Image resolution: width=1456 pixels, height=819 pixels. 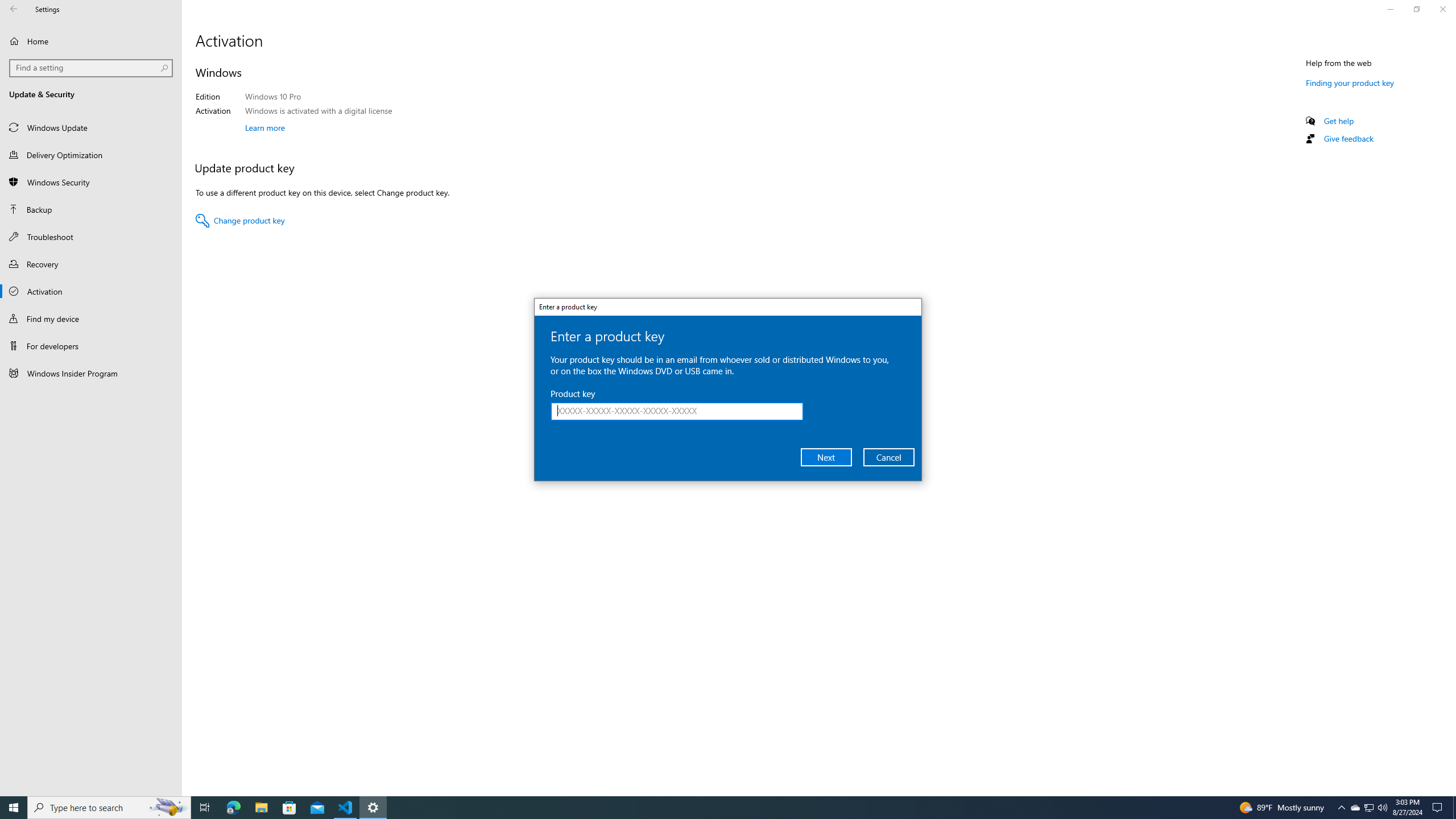 I want to click on 'Next', so click(x=825, y=457).